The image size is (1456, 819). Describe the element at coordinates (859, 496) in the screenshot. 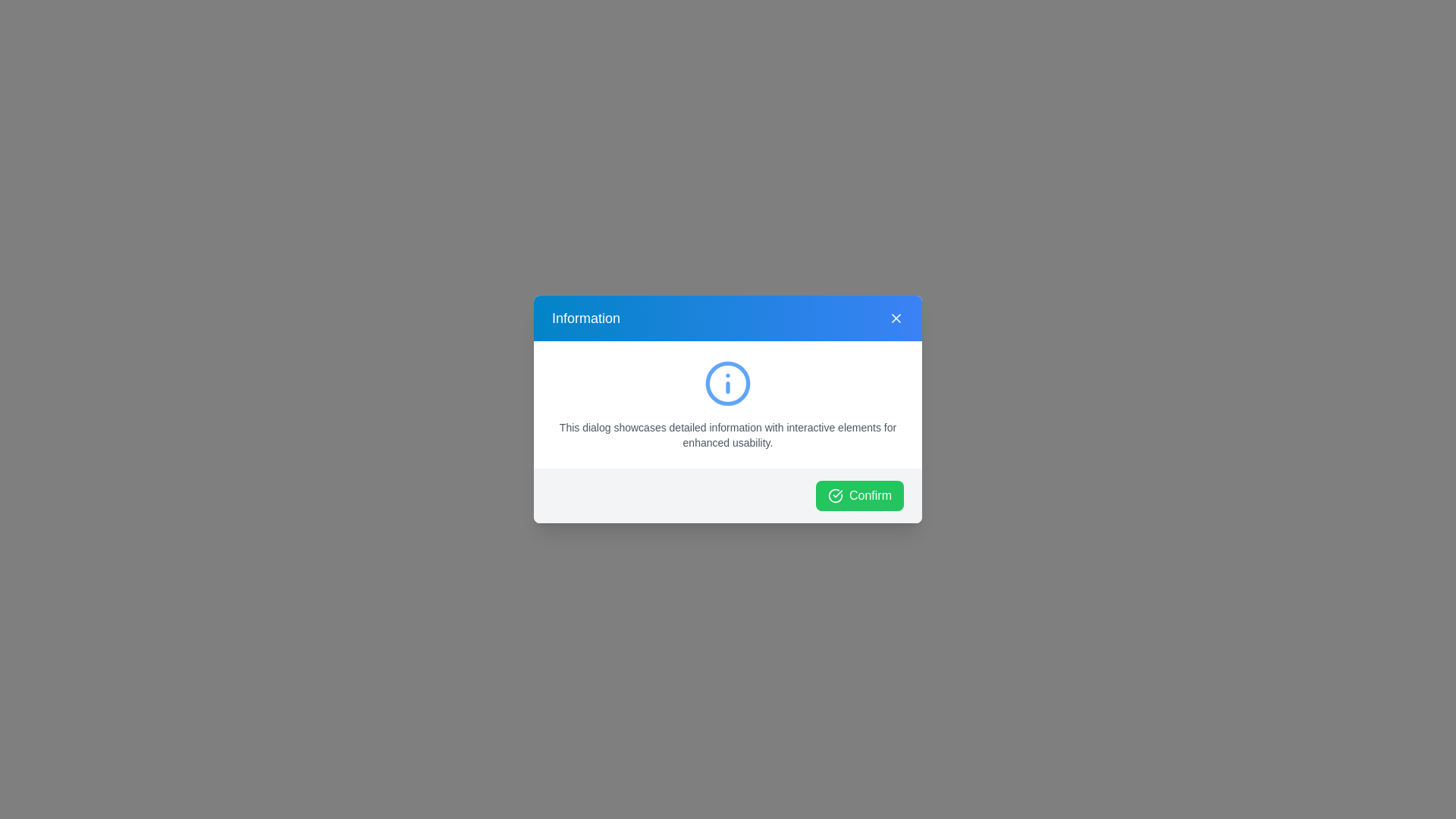

I see `the 'Confirm' button with a green background and white text, located at the bottom-right corner of the dialog box` at that location.